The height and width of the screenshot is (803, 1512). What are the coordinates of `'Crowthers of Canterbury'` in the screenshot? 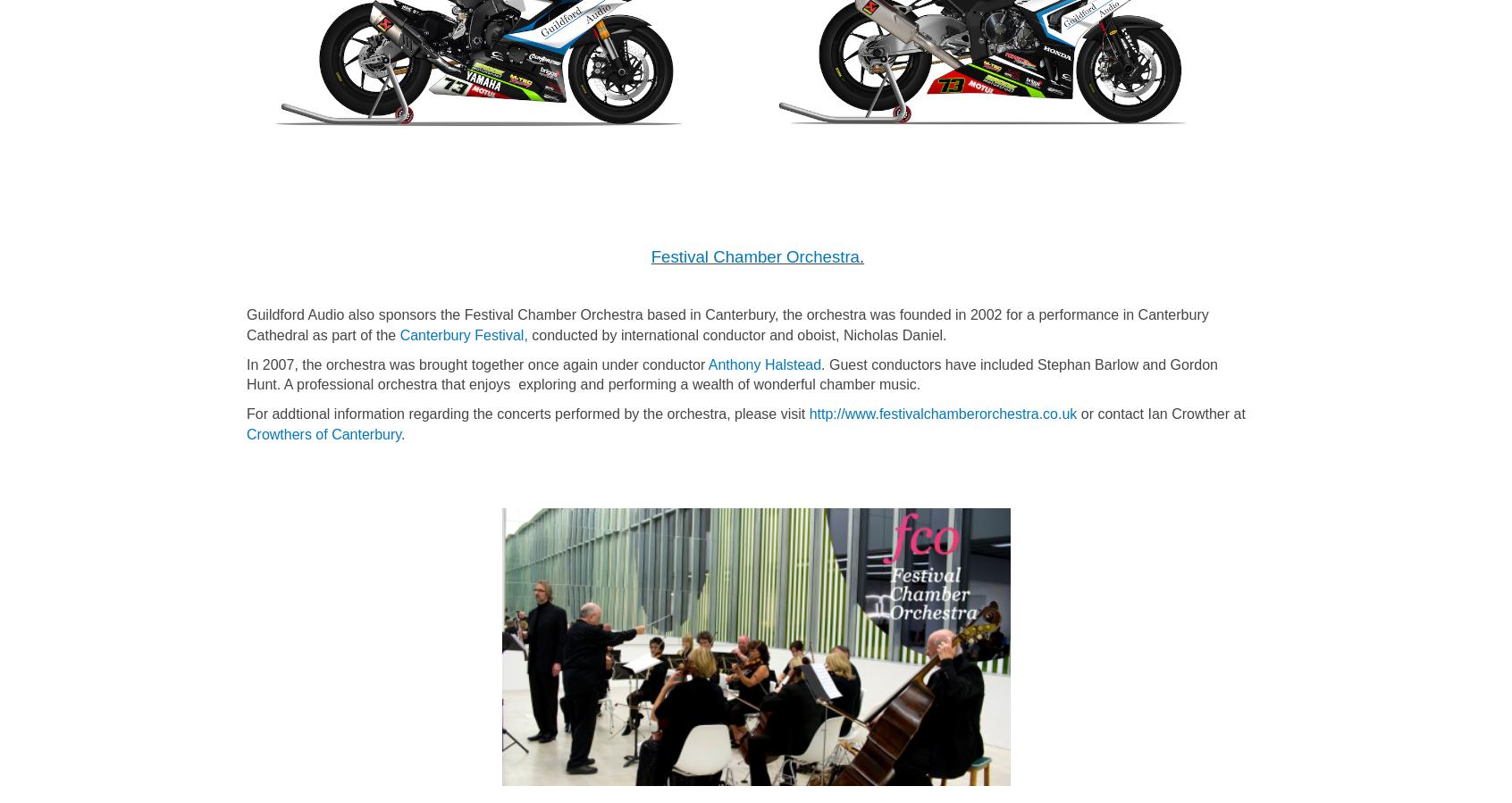 It's located at (323, 434).